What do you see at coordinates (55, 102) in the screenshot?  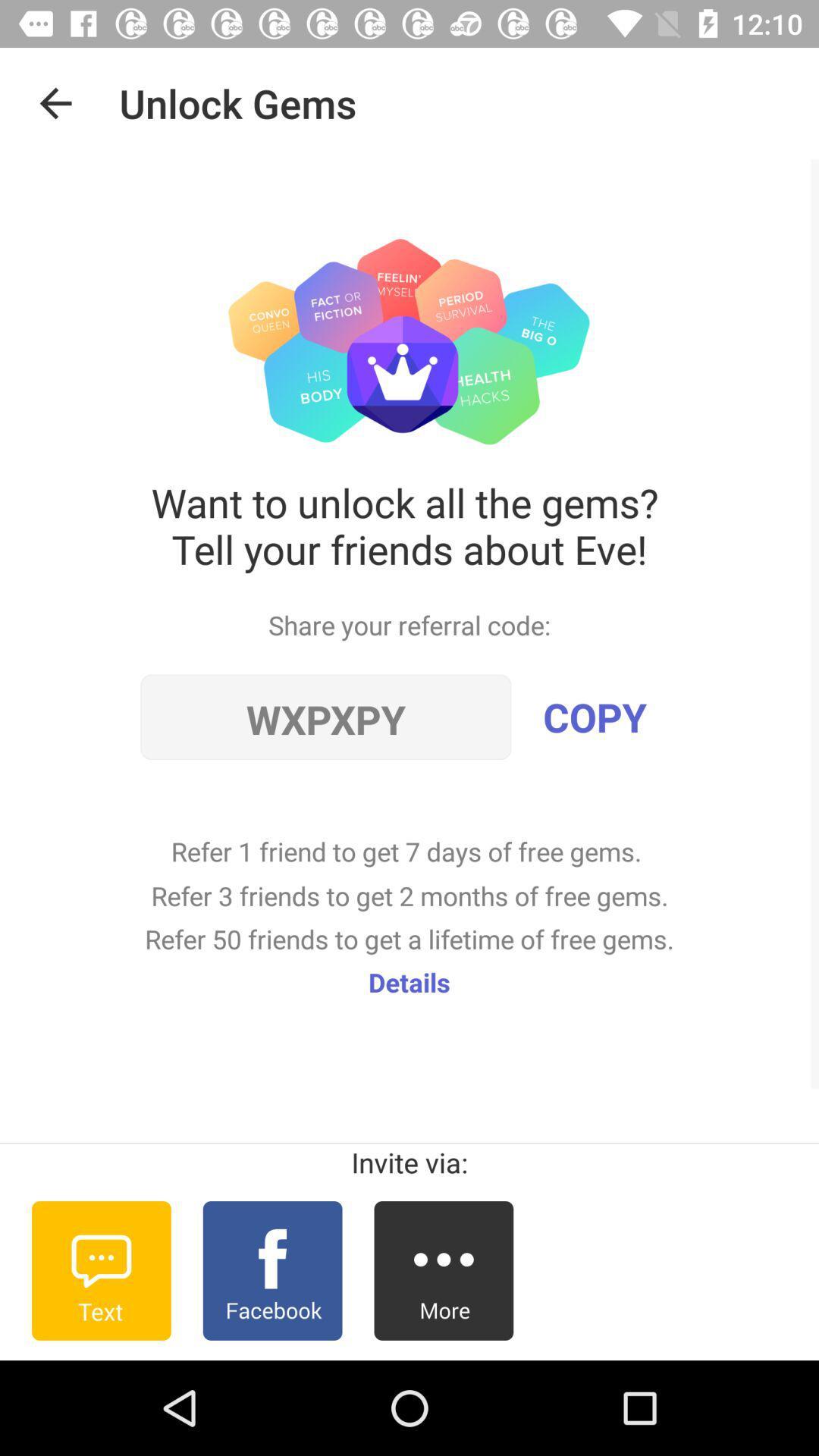 I see `the item above the want to unlock` at bounding box center [55, 102].